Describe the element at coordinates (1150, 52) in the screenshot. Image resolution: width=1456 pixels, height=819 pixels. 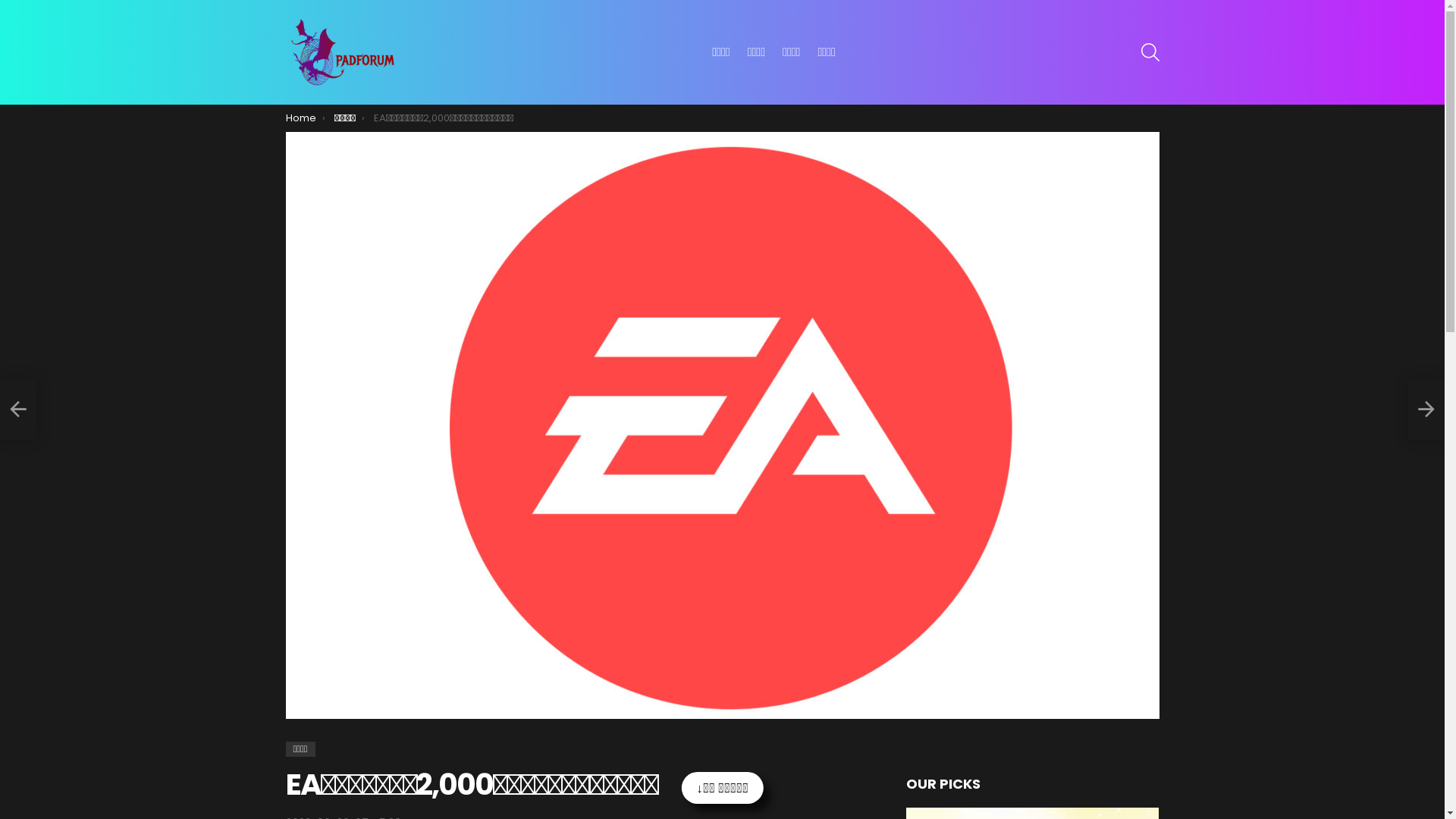
I see `'SEARCH'` at that location.